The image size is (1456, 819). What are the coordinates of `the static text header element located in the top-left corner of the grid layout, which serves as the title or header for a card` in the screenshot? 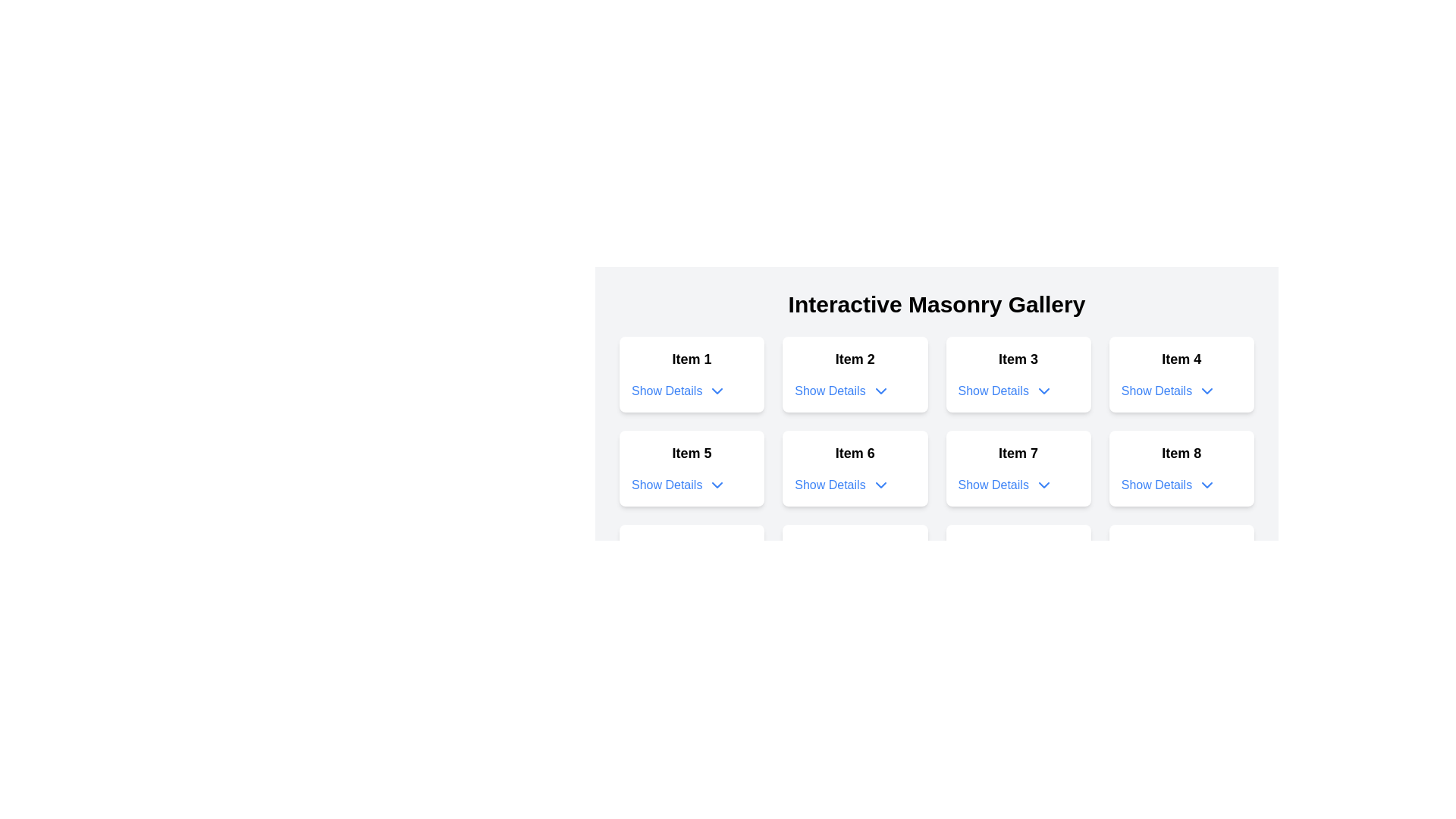 It's located at (691, 359).